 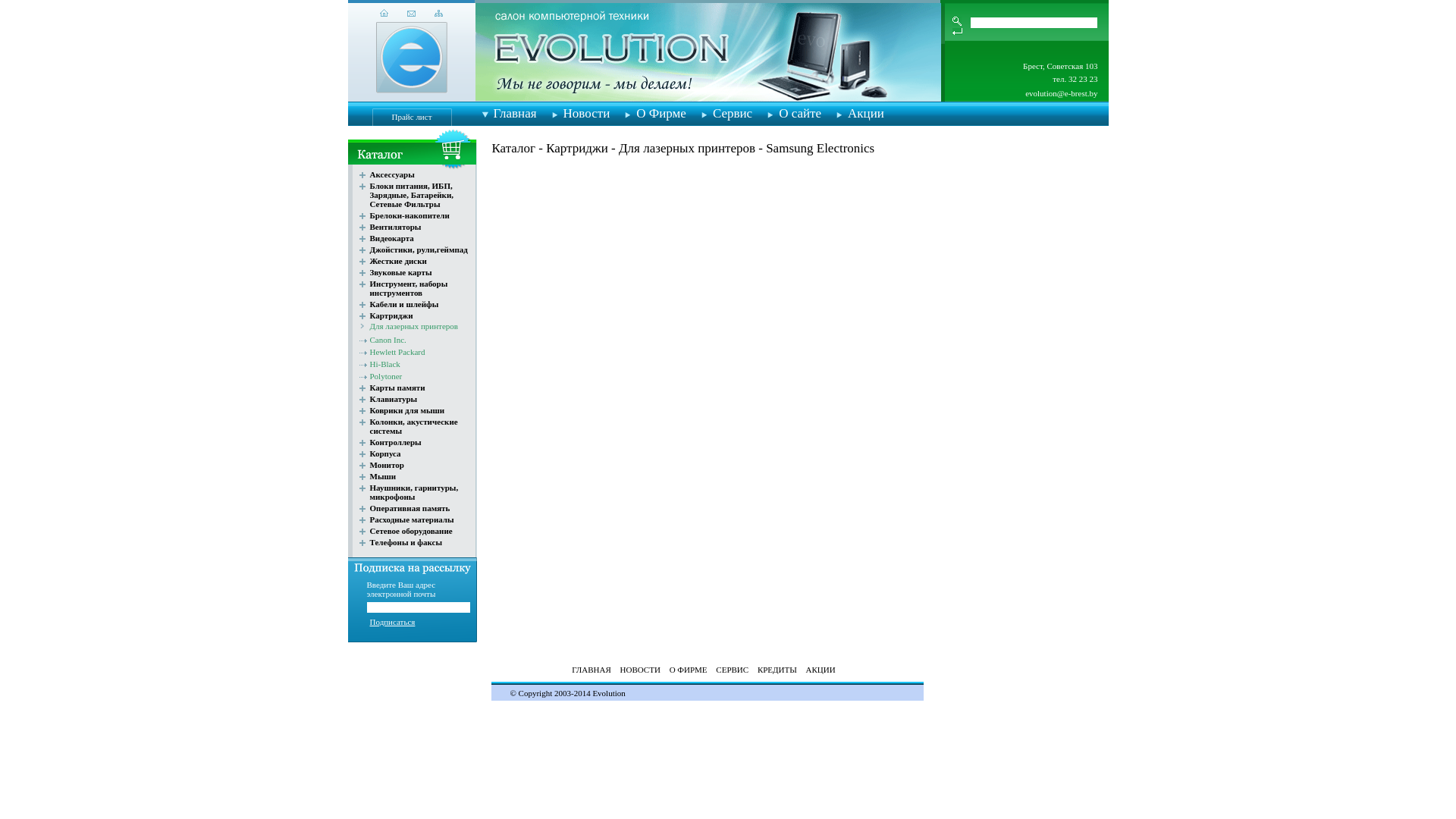 I want to click on 'Polytoner', so click(x=386, y=375).